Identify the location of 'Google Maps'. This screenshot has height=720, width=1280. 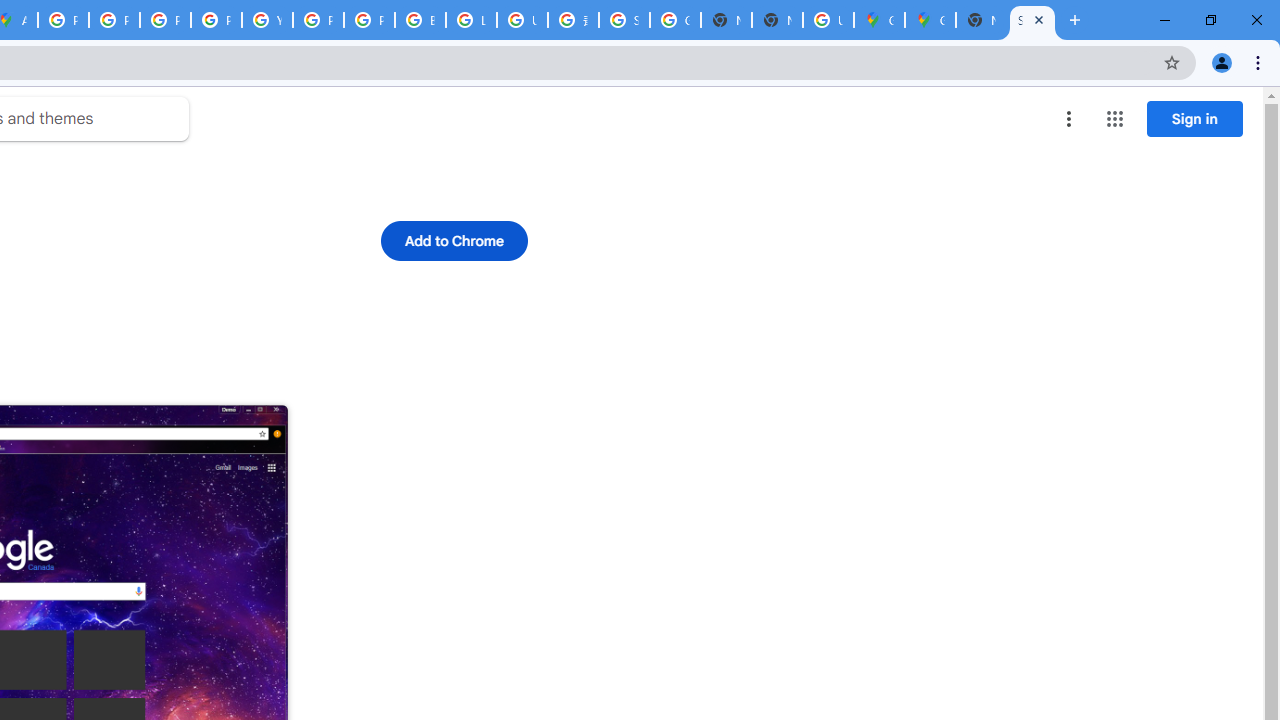
(929, 20).